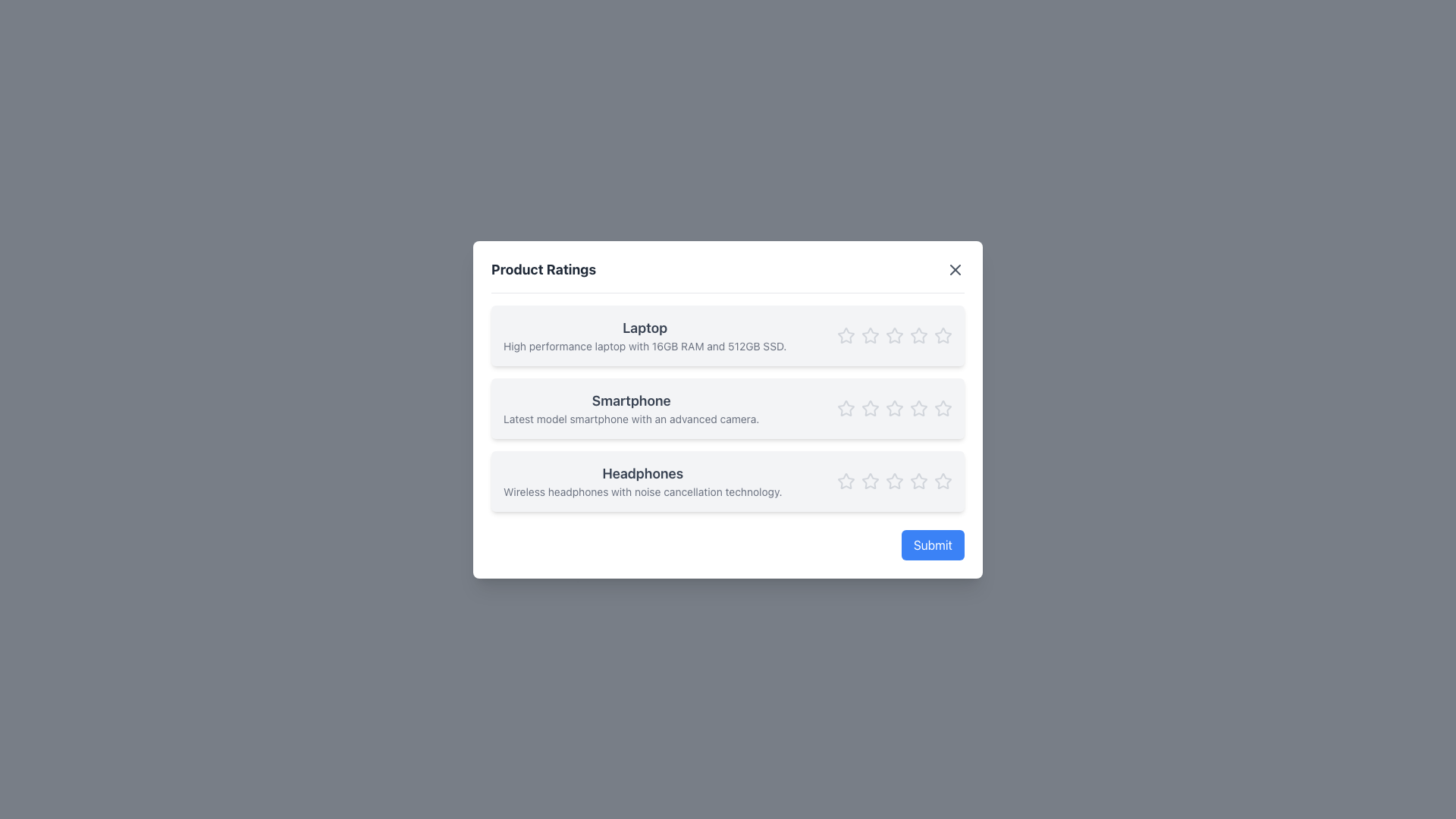 The image size is (1456, 819). Describe the element at coordinates (954, 268) in the screenshot. I see `the close icon located in the top-right corner of the 'Product Ratings' modal dialog` at that location.